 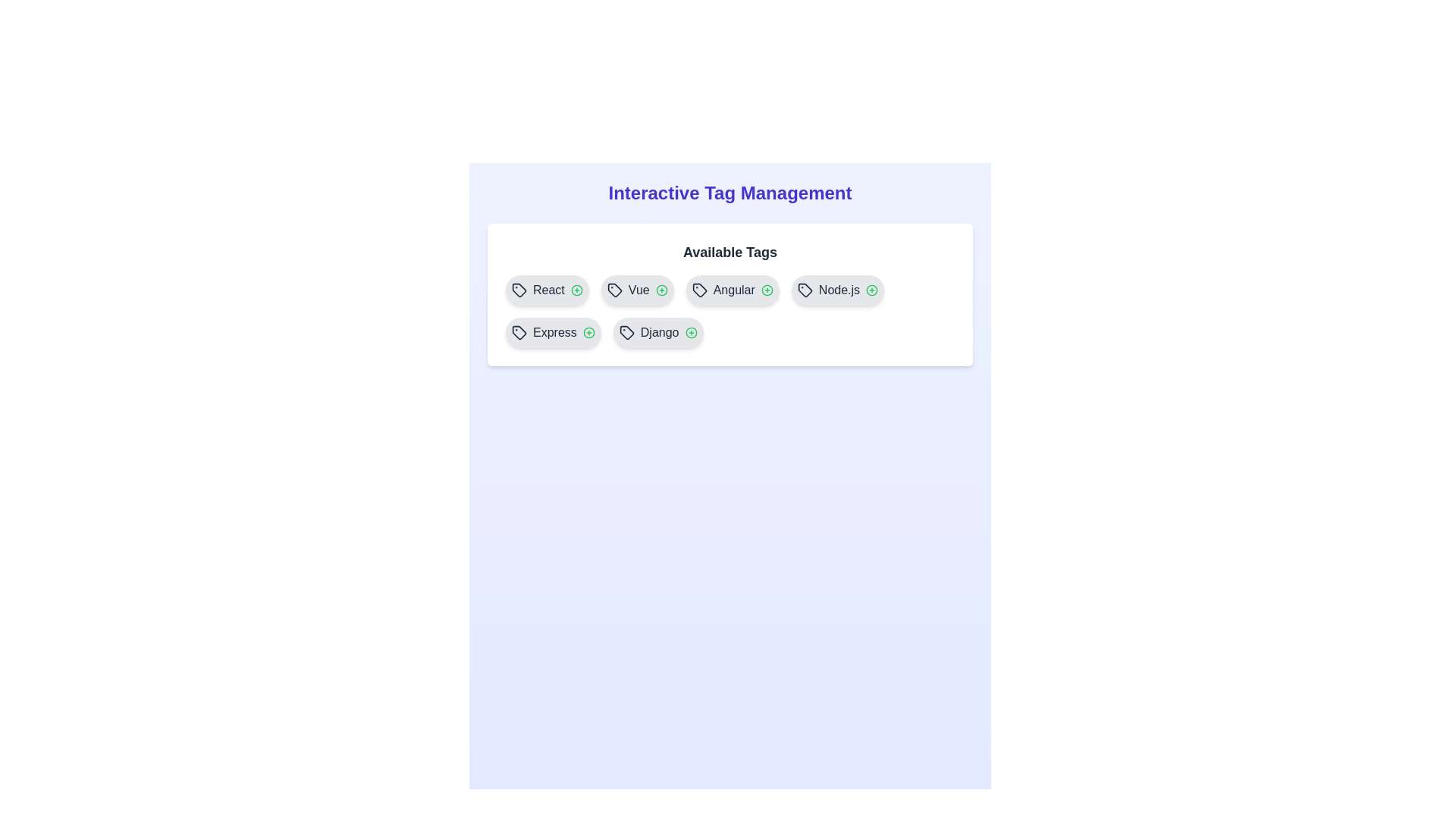 What do you see at coordinates (614, 290) in the screenshot?
I see `the Decorative Icon that resembles a price tag, which is located next to the 'Vue' label` at bounding box center [614, 290].